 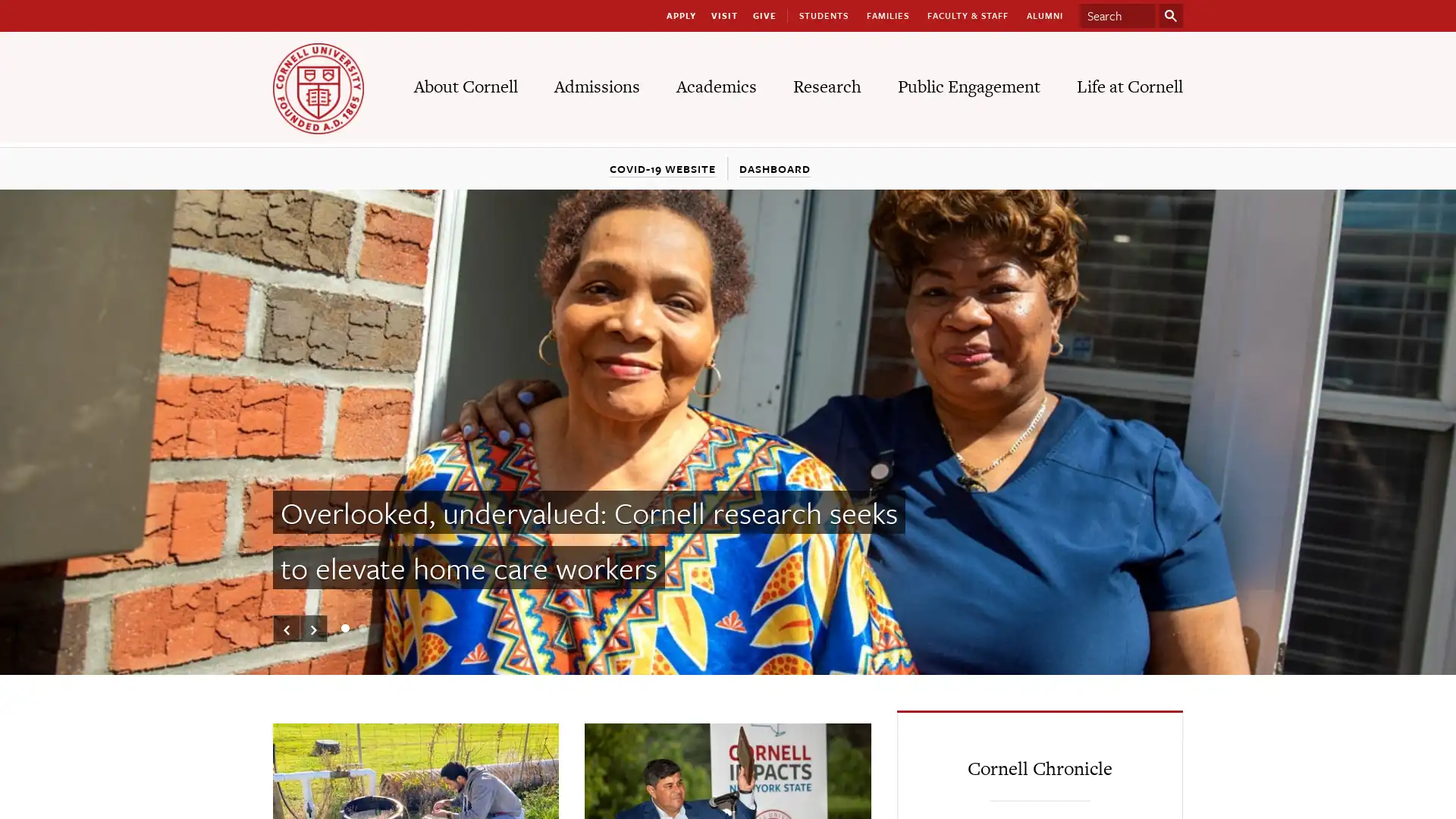 What do you see at coordinates (1170, 15) in the screenshot?
I see `Search` at bounding box center [1170, 15].